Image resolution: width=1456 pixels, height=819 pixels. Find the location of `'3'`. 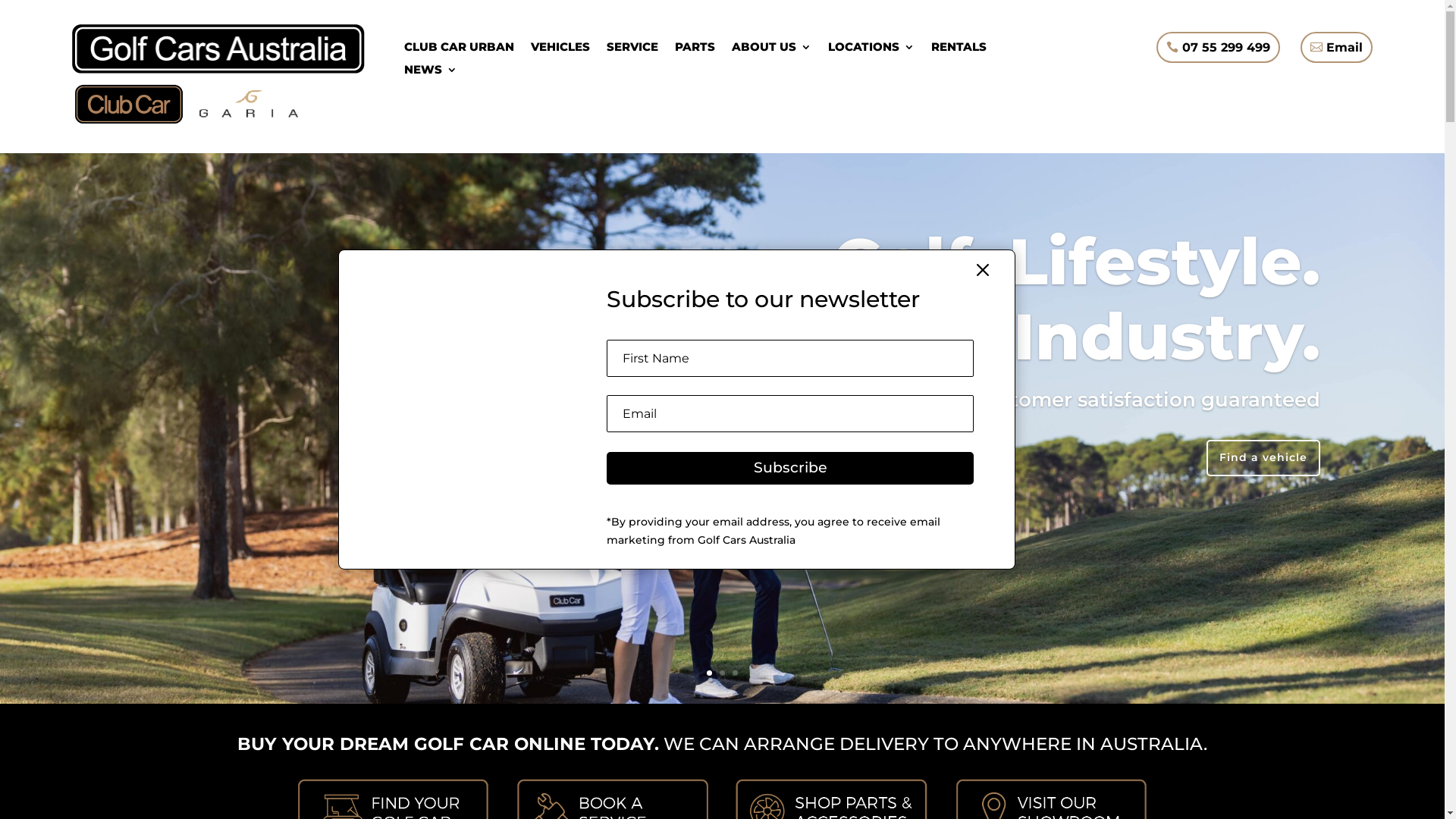

'3' is located at coordinates (735, 672).